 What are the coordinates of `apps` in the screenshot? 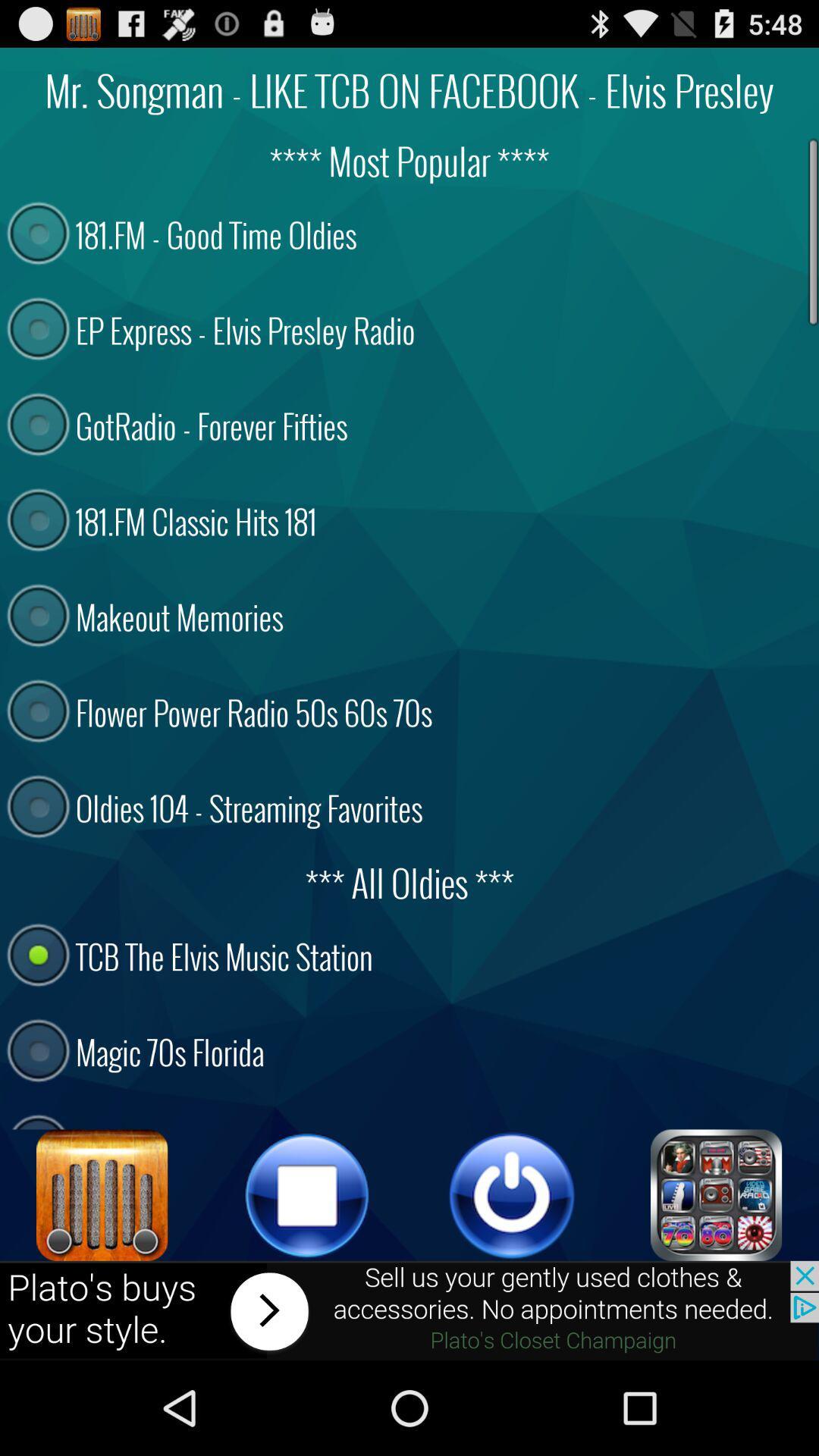 It's located at (717, 1194).